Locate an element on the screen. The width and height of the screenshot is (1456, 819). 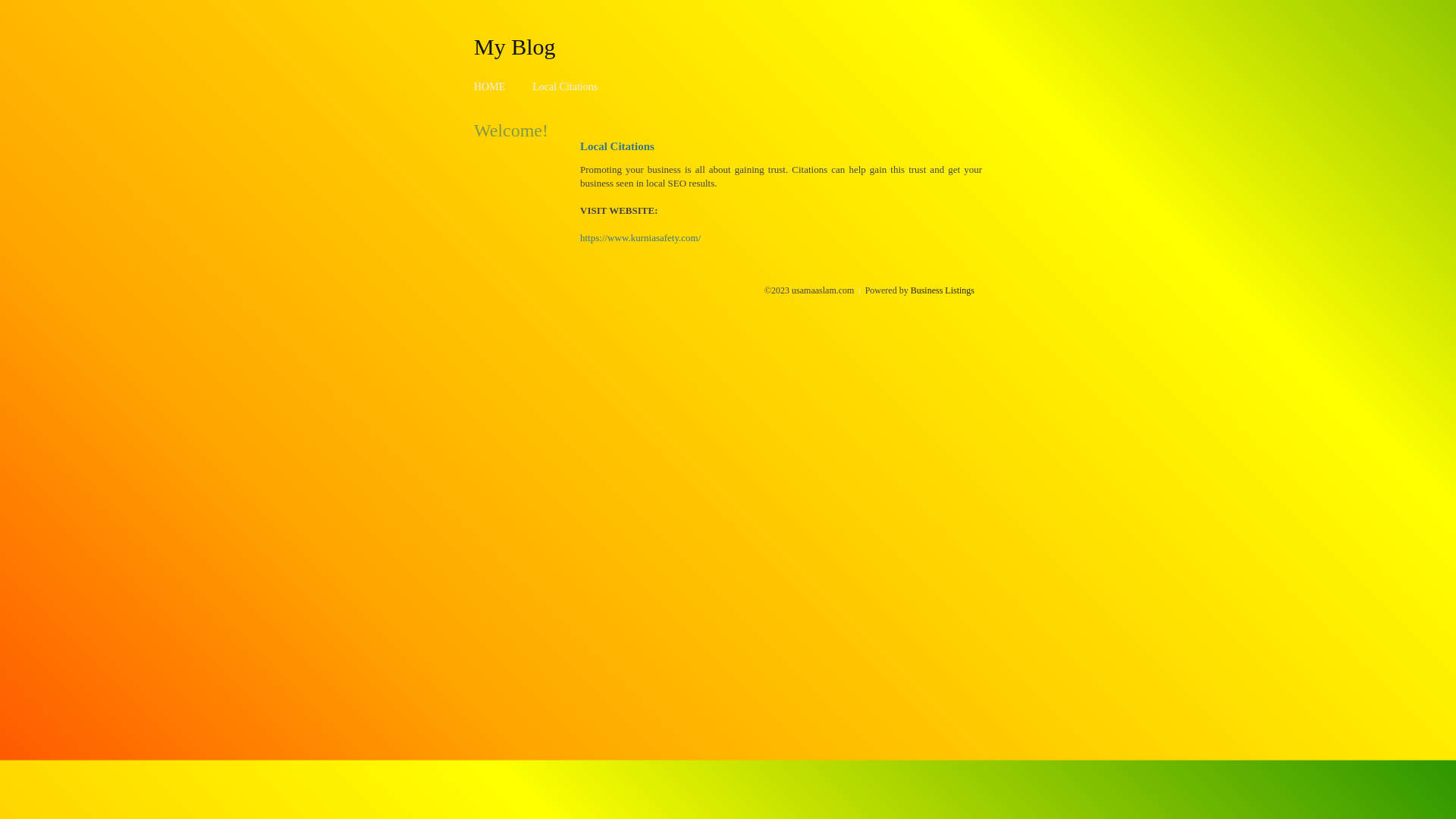
'https://www.kurniasafety.com/' is located at coordinates (579, 237).